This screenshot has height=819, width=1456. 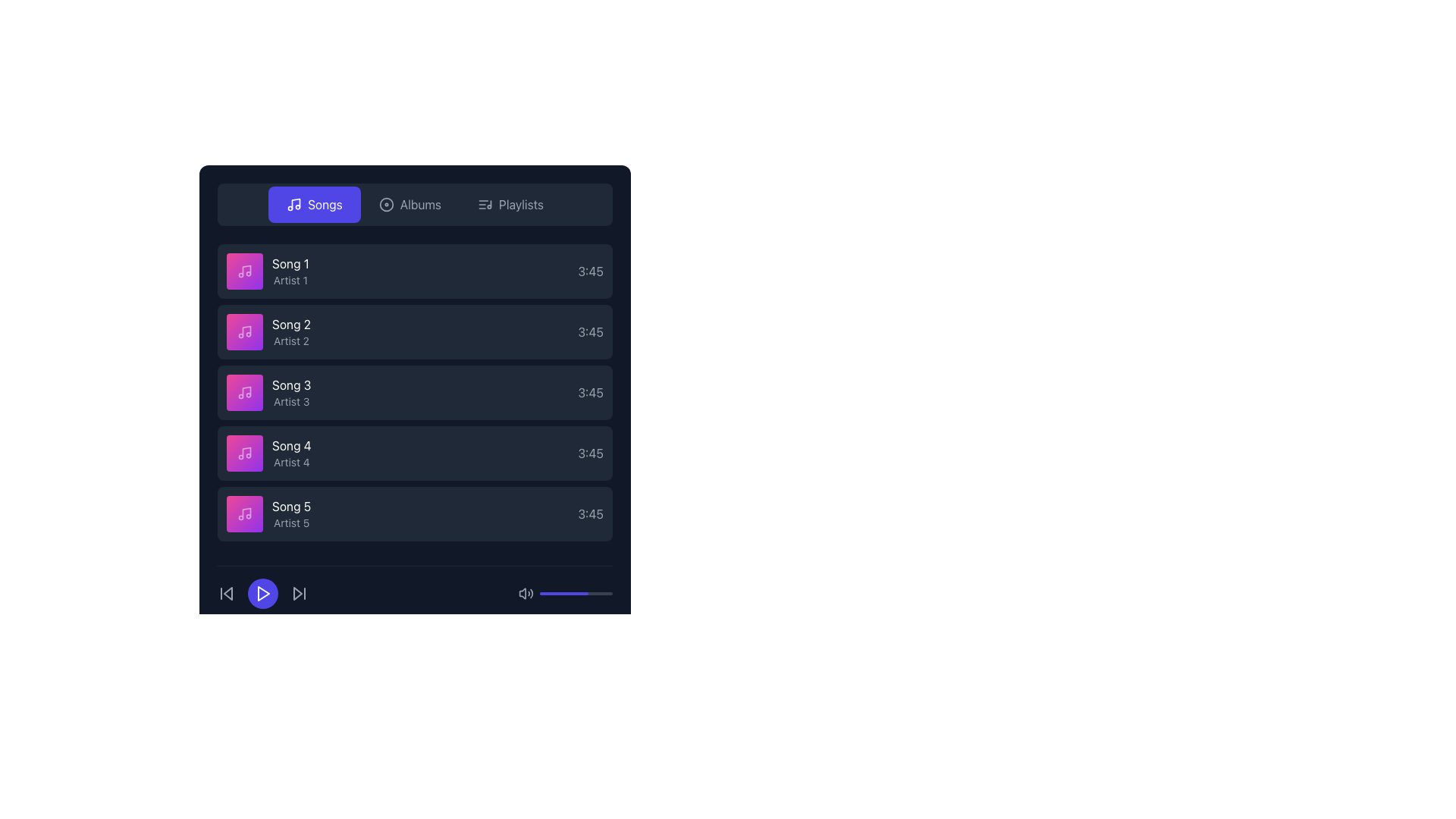 I want to click on the 'Playlists' icon located in the navigation bar, so click(x=484, y=205).